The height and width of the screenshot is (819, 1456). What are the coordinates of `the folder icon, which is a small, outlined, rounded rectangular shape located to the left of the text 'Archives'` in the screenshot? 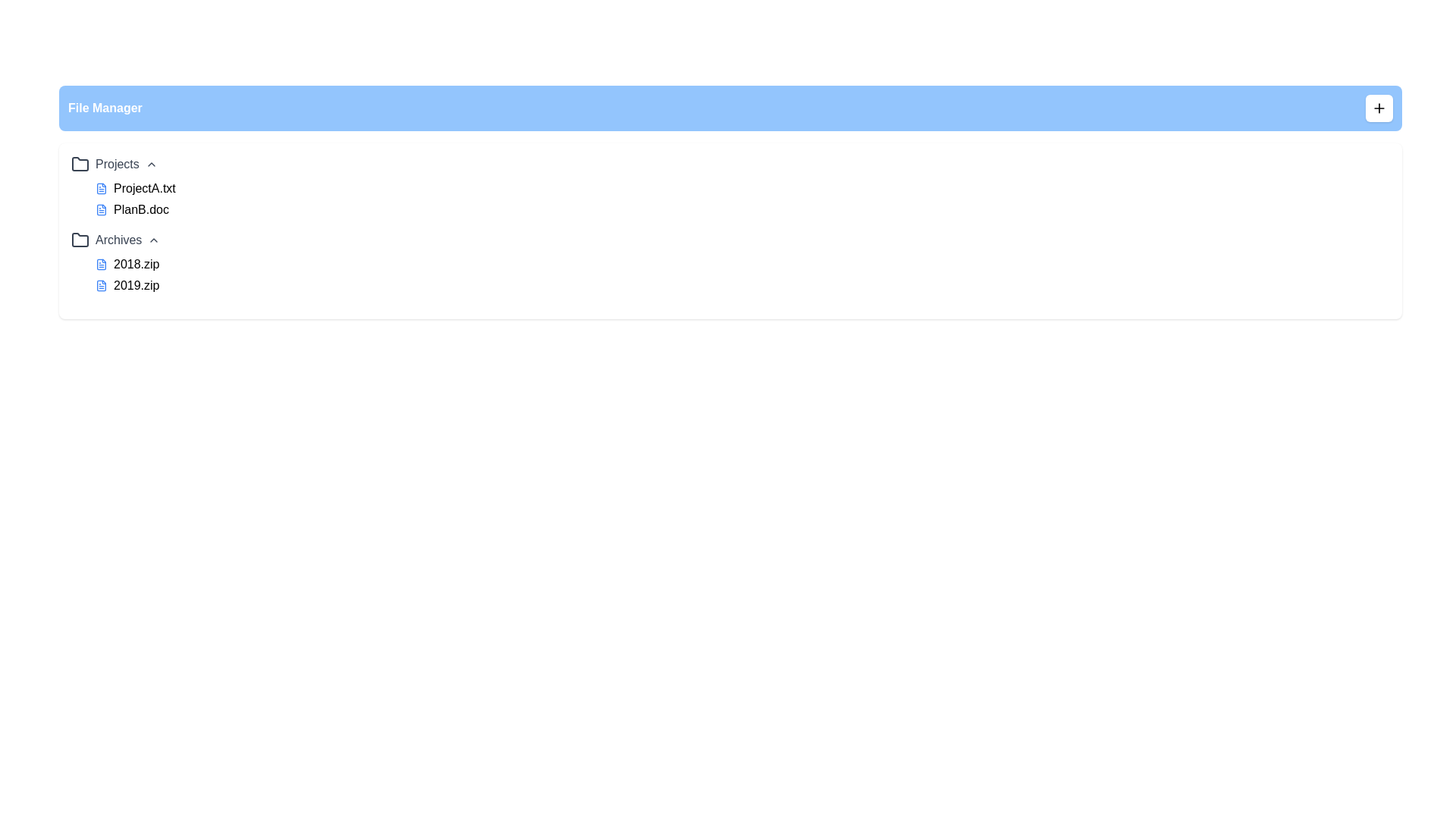 It's located at (79, 239).